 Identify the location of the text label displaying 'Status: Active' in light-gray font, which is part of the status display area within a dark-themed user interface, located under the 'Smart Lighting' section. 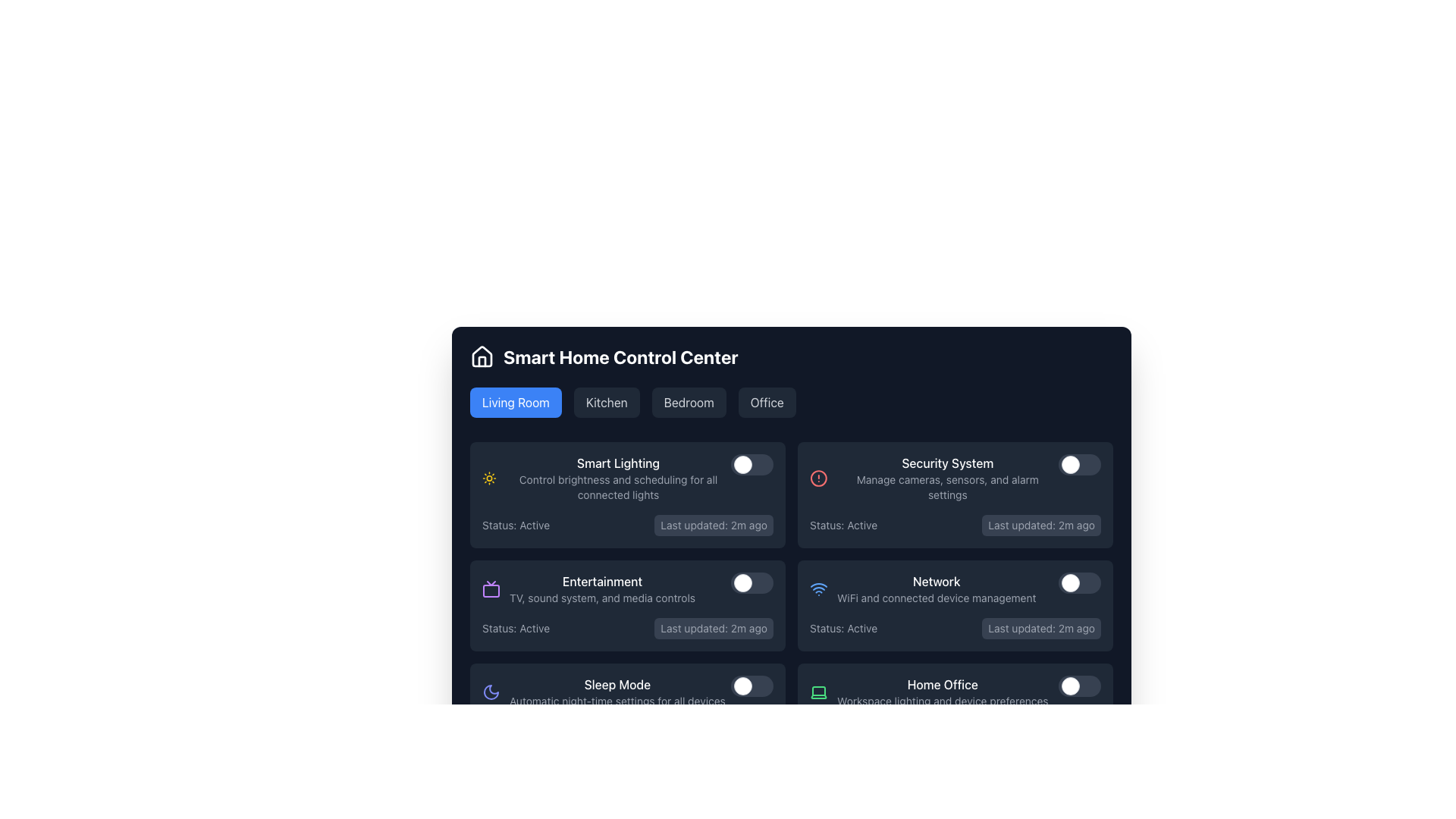
(516, 525).